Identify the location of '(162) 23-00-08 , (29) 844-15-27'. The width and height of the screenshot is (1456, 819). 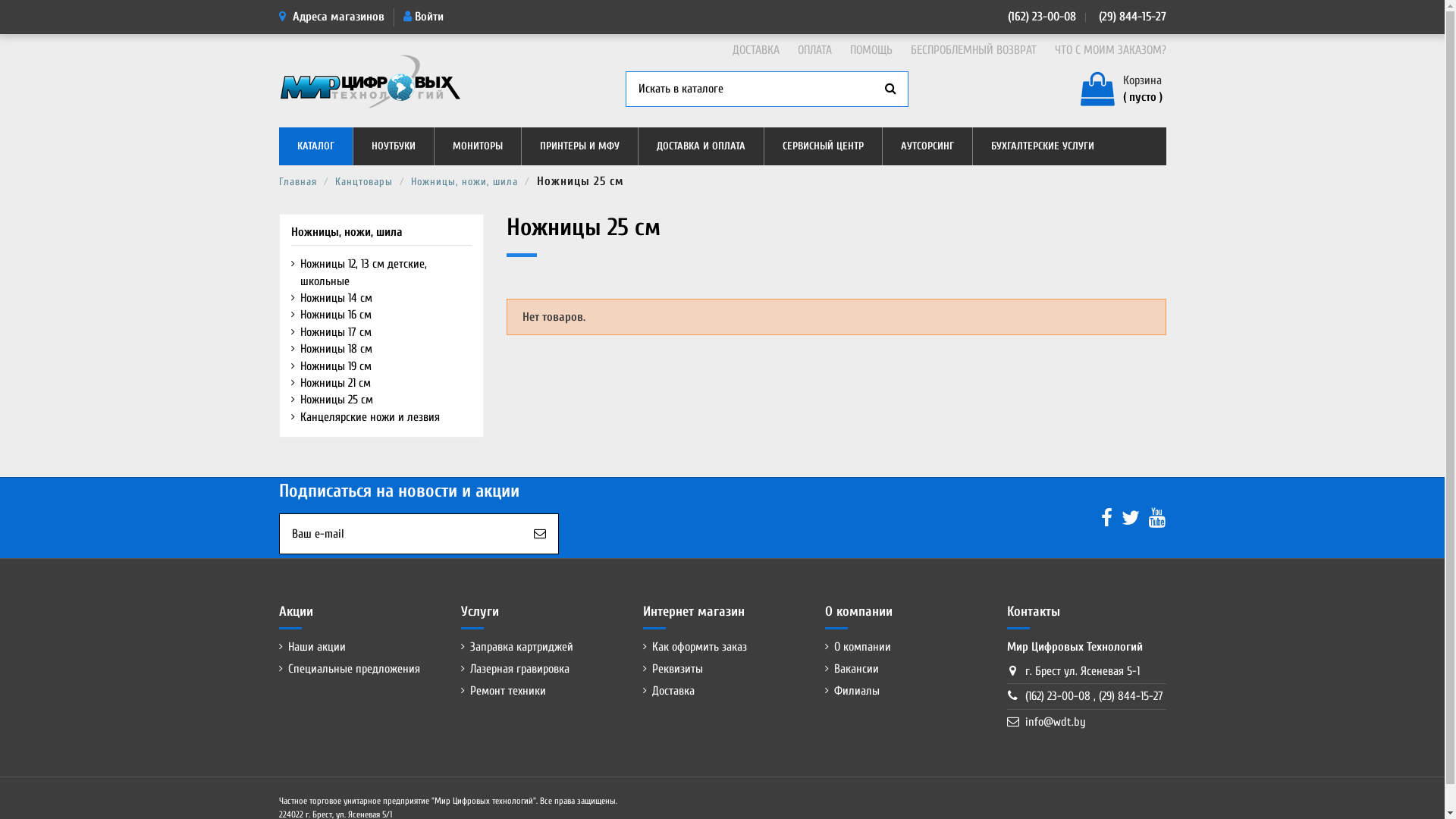
(1025, 696).